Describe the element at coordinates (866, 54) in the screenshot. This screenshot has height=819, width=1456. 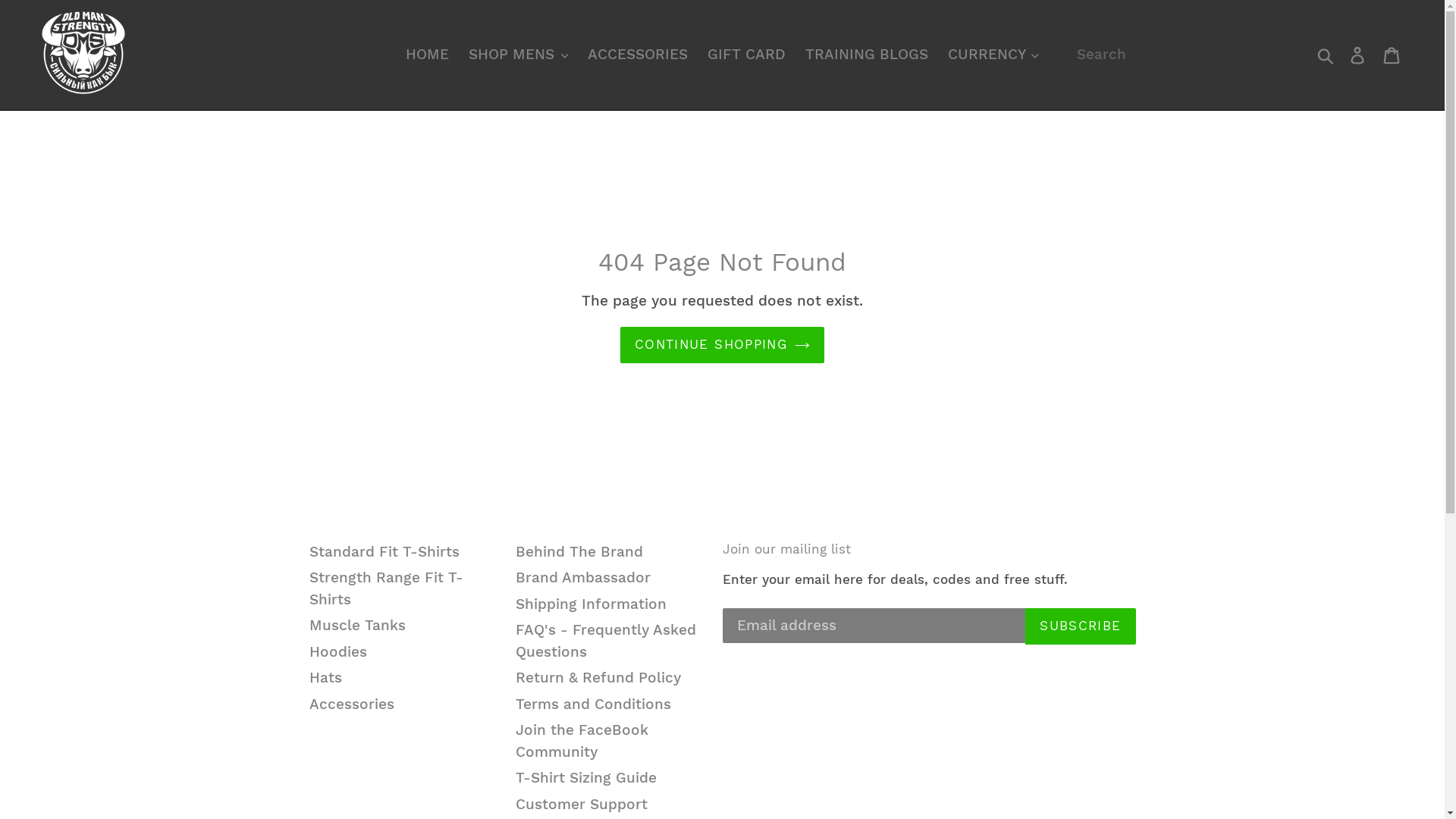
I see `'TRAINING BLOGS'` at that location.